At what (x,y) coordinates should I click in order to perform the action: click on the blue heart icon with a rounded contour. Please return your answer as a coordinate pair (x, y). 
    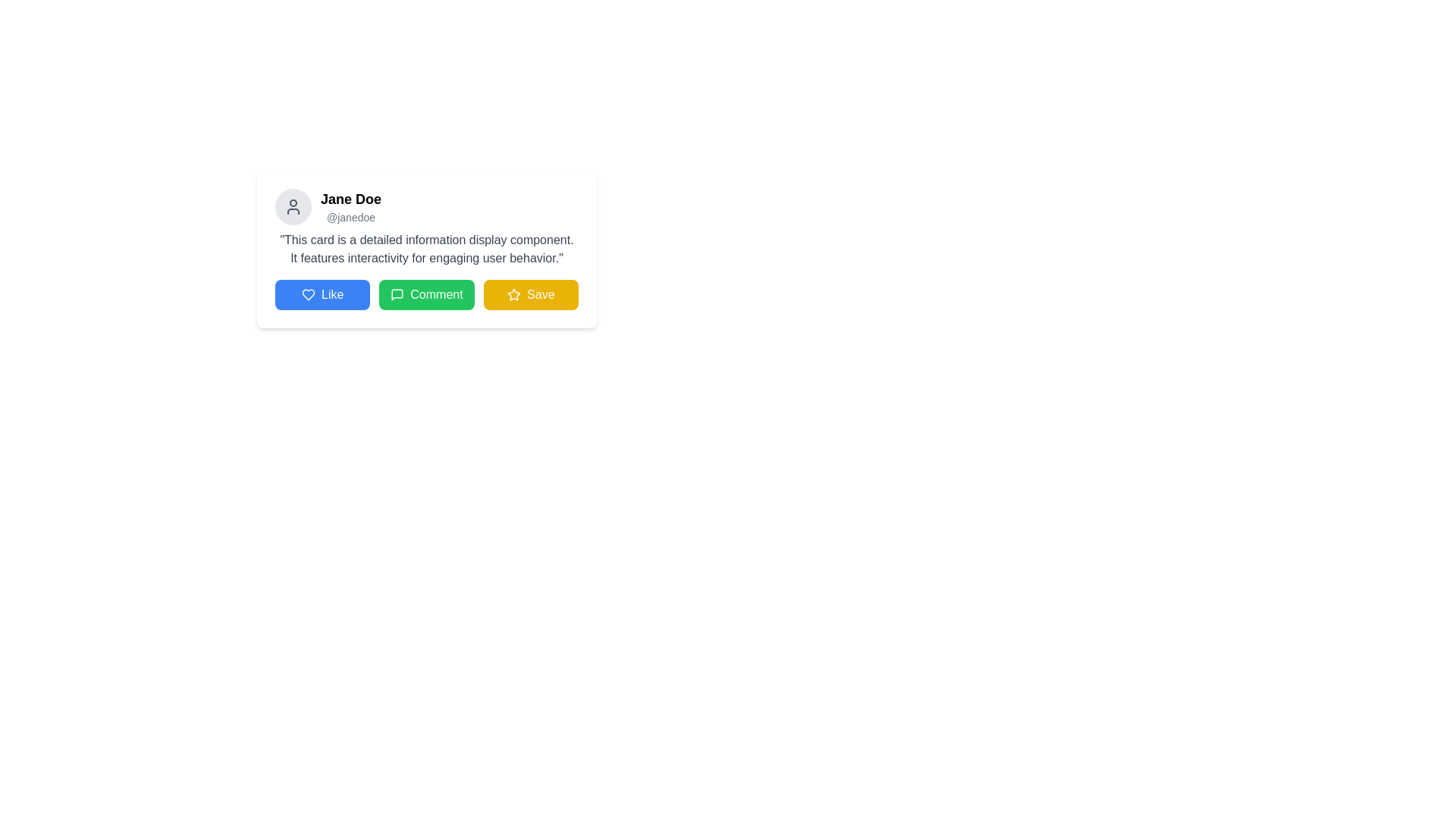
    Looking at the image, I should click on (308, 295).